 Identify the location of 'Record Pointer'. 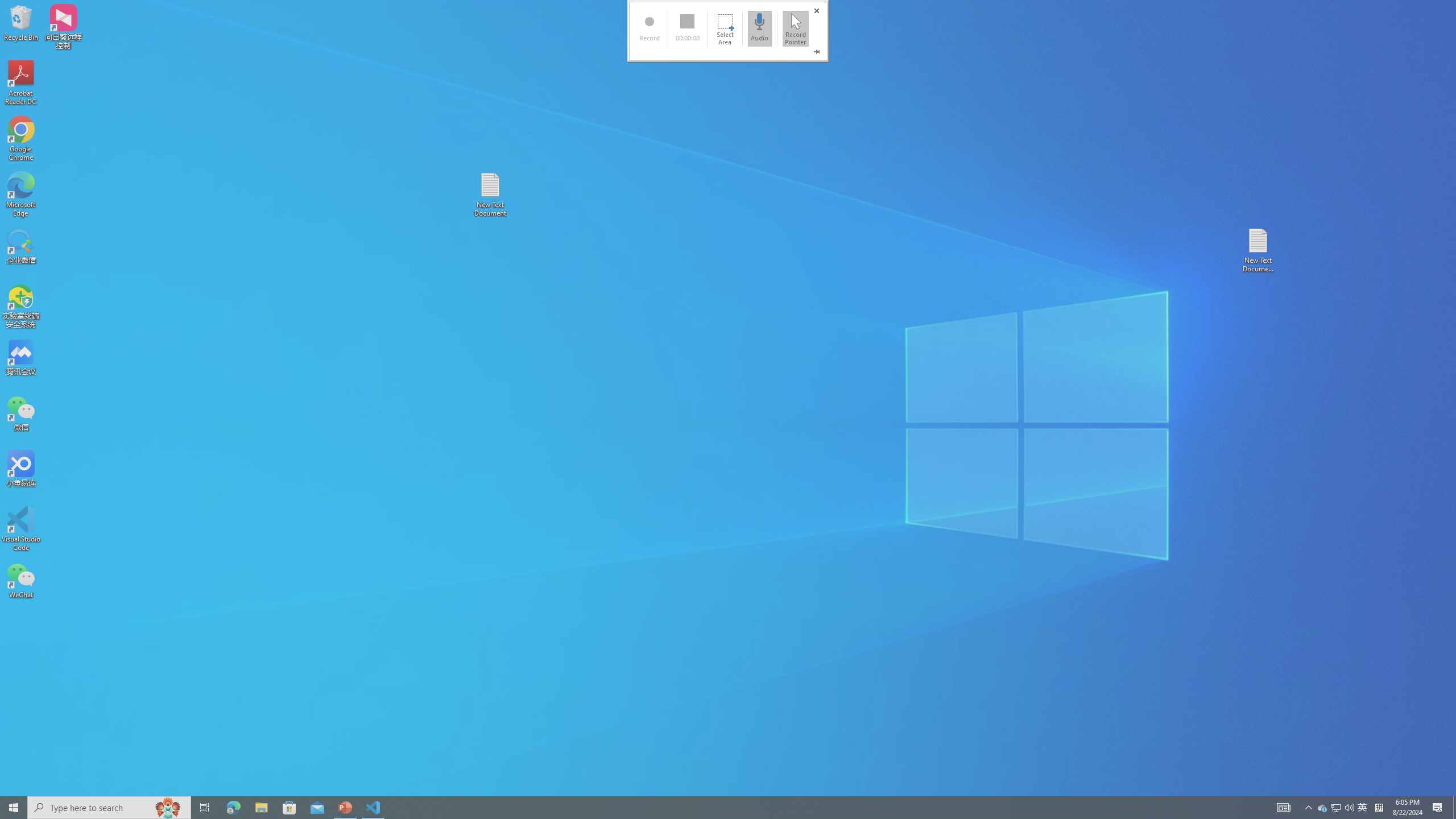
(795, 28).